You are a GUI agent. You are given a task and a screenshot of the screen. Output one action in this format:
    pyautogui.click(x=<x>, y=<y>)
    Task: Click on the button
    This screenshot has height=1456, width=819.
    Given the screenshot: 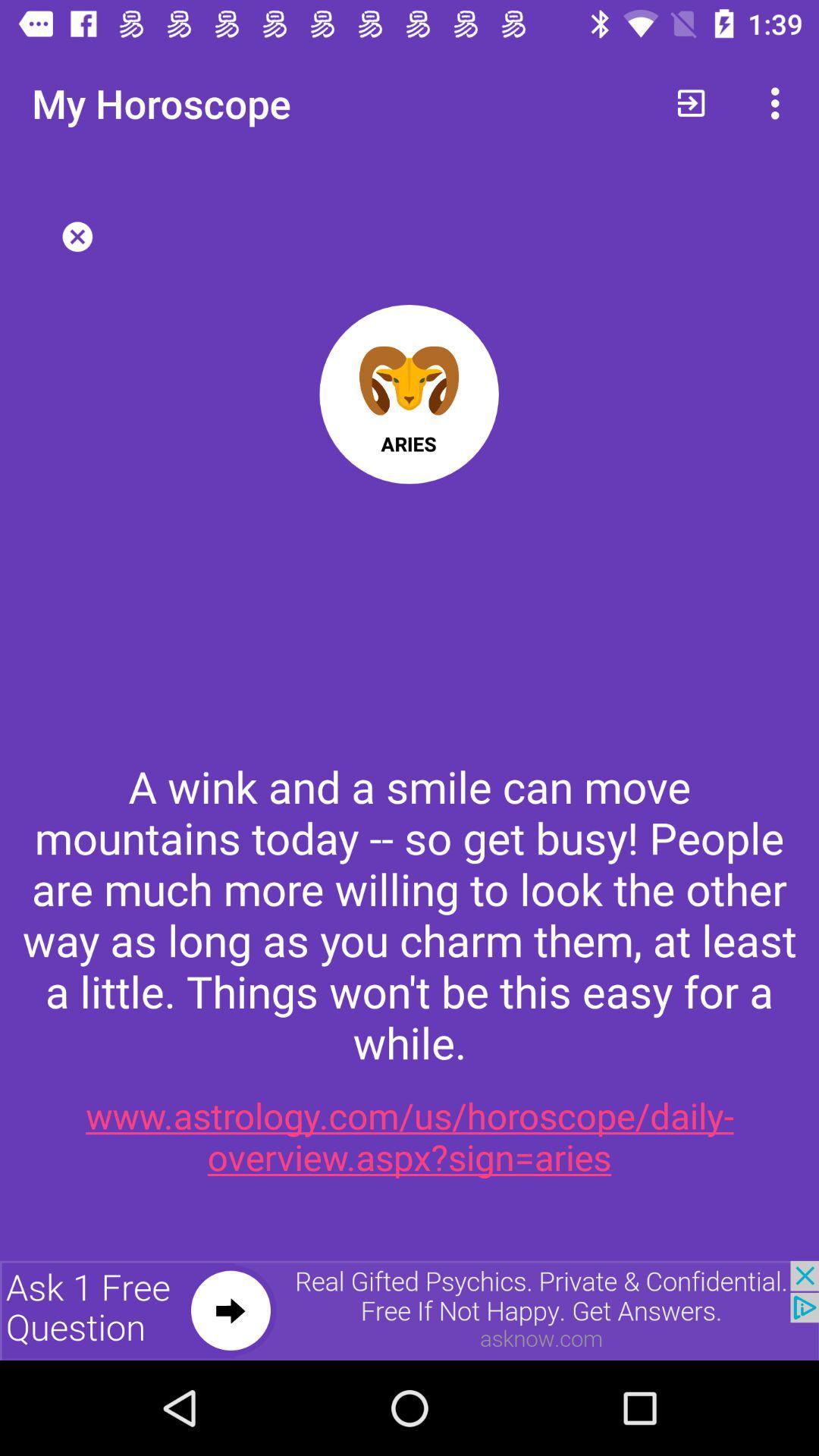 What is the action you would take?
    pyautogui.click(x=77, y=236)
    